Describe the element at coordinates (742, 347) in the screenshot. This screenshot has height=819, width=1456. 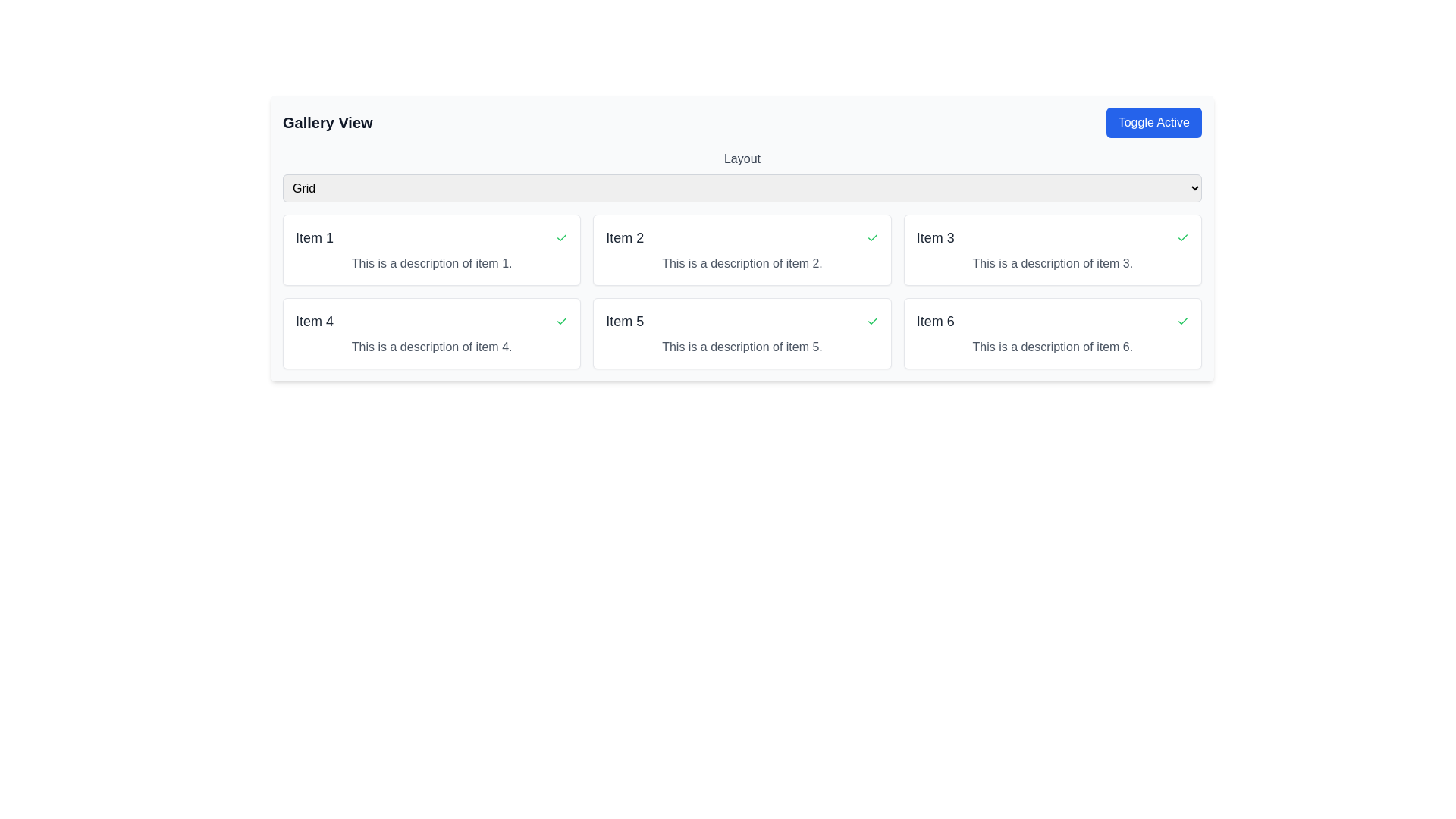
I see `the text label that reads 'This is a description of item 5.' which is styled with a light-gray color and located below the heading 'Item 5'` at that location.